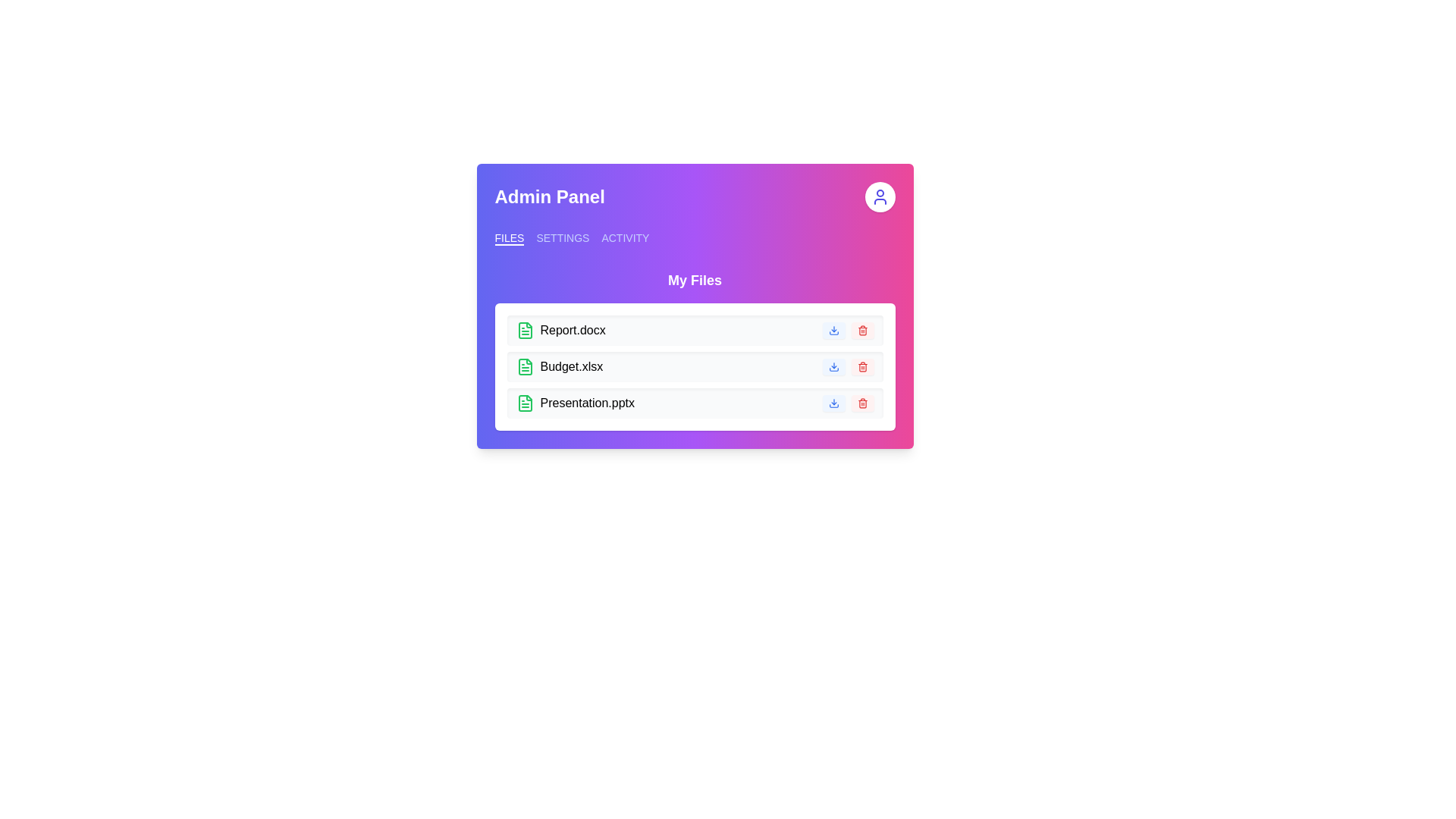 This screenshot has height=819, width=1456. What do you see at coordinates (525, 403) in the screenshot?
I see `the graphical file icon representing 'Report.docx', which is a green document icon with a folded corner, located in the 'My Files' section` at bounding box center [525, 403].